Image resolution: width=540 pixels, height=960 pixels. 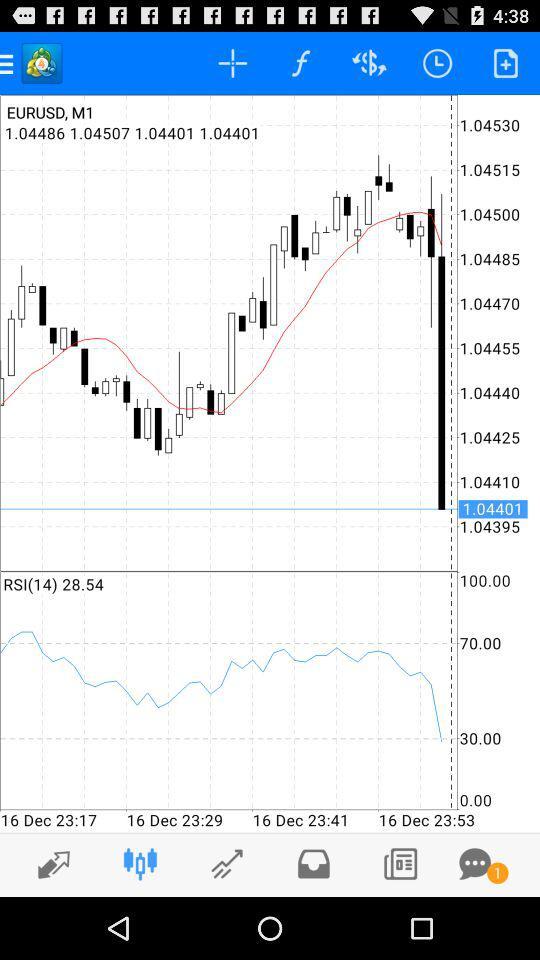 I want to click on messages, so click(x=474, y=863).